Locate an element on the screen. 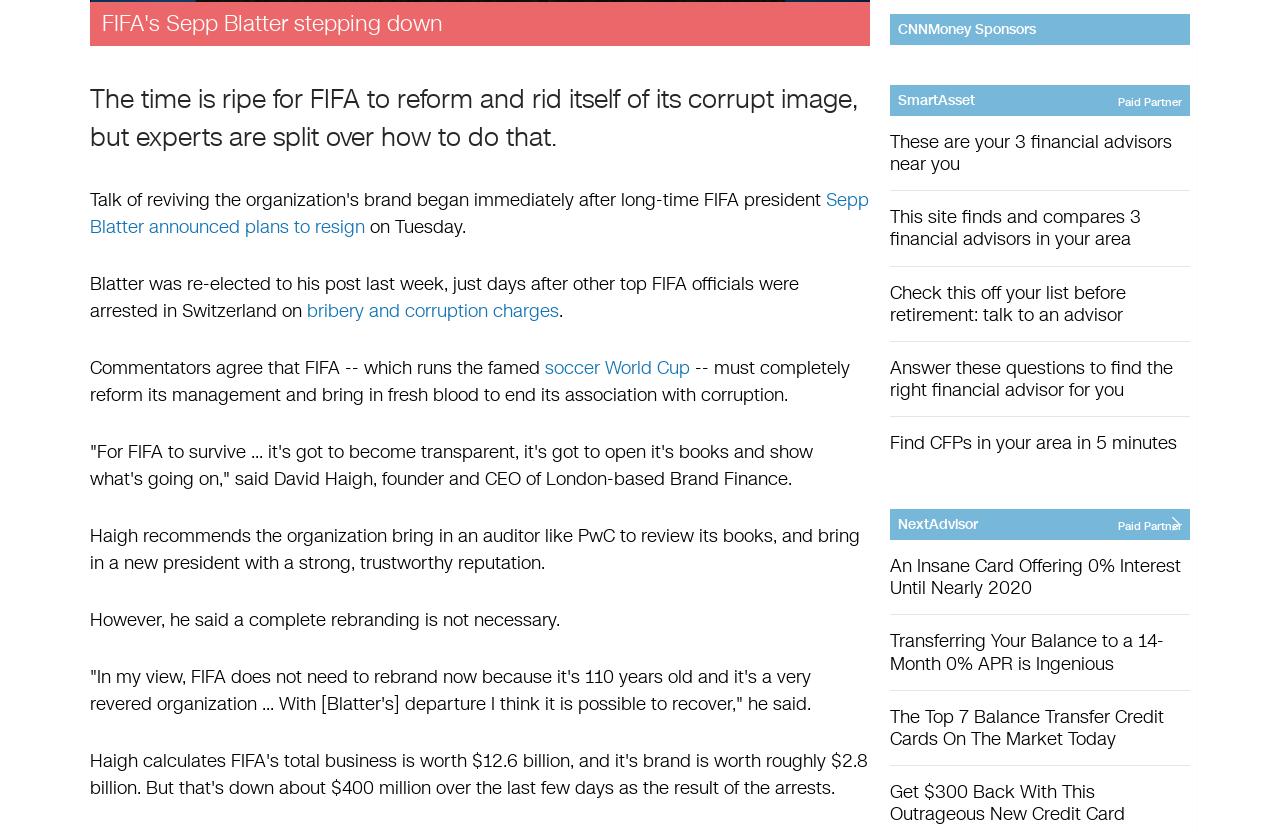  'SmartAsset' is located at coordinates (935, 99).